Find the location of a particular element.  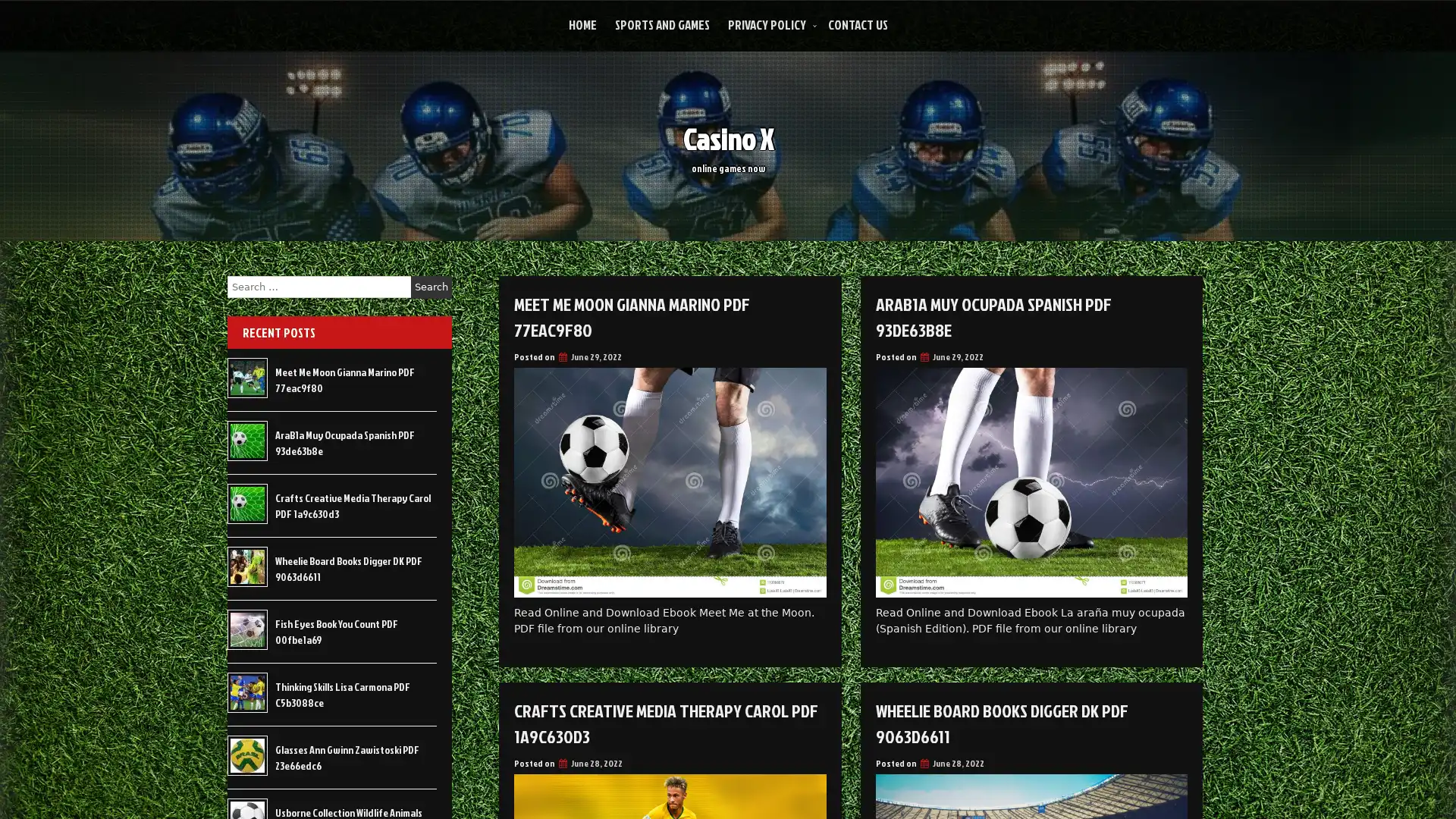

Search is located at coordinates (431, 287).